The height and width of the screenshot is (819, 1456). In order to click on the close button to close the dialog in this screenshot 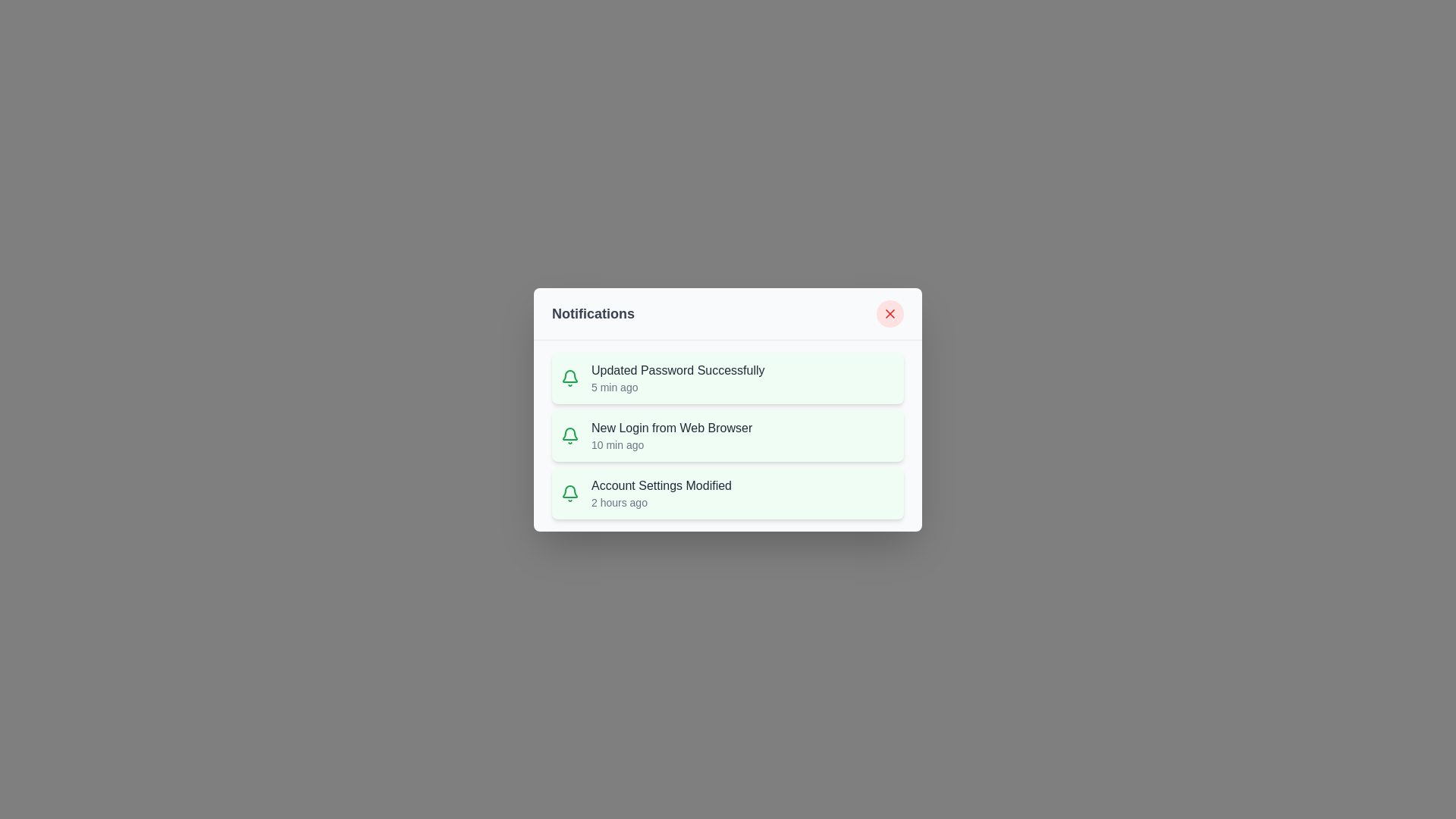, I will do `click(890, 312)`.